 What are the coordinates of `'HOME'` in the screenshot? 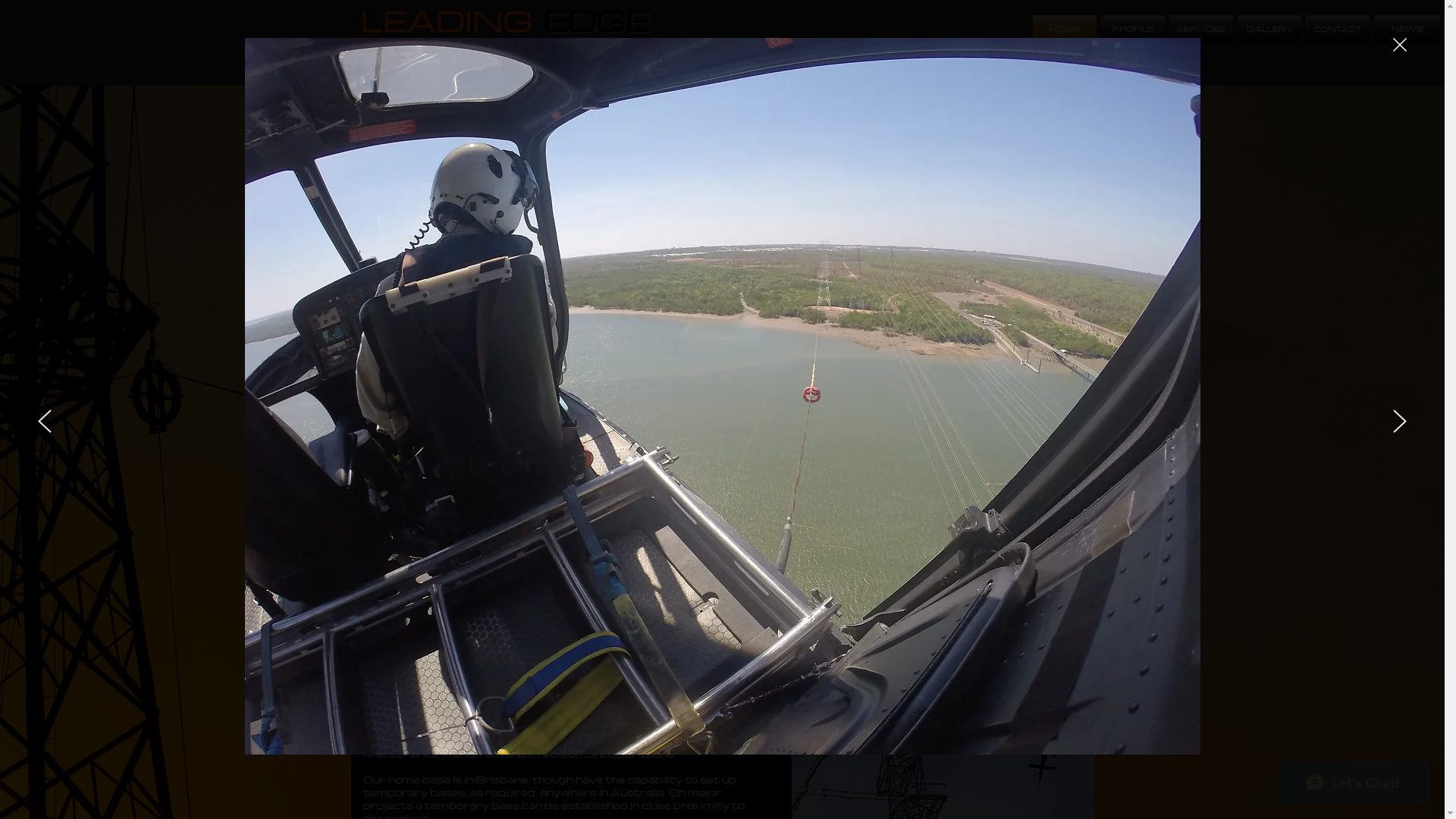 It's located at (1063, 29).